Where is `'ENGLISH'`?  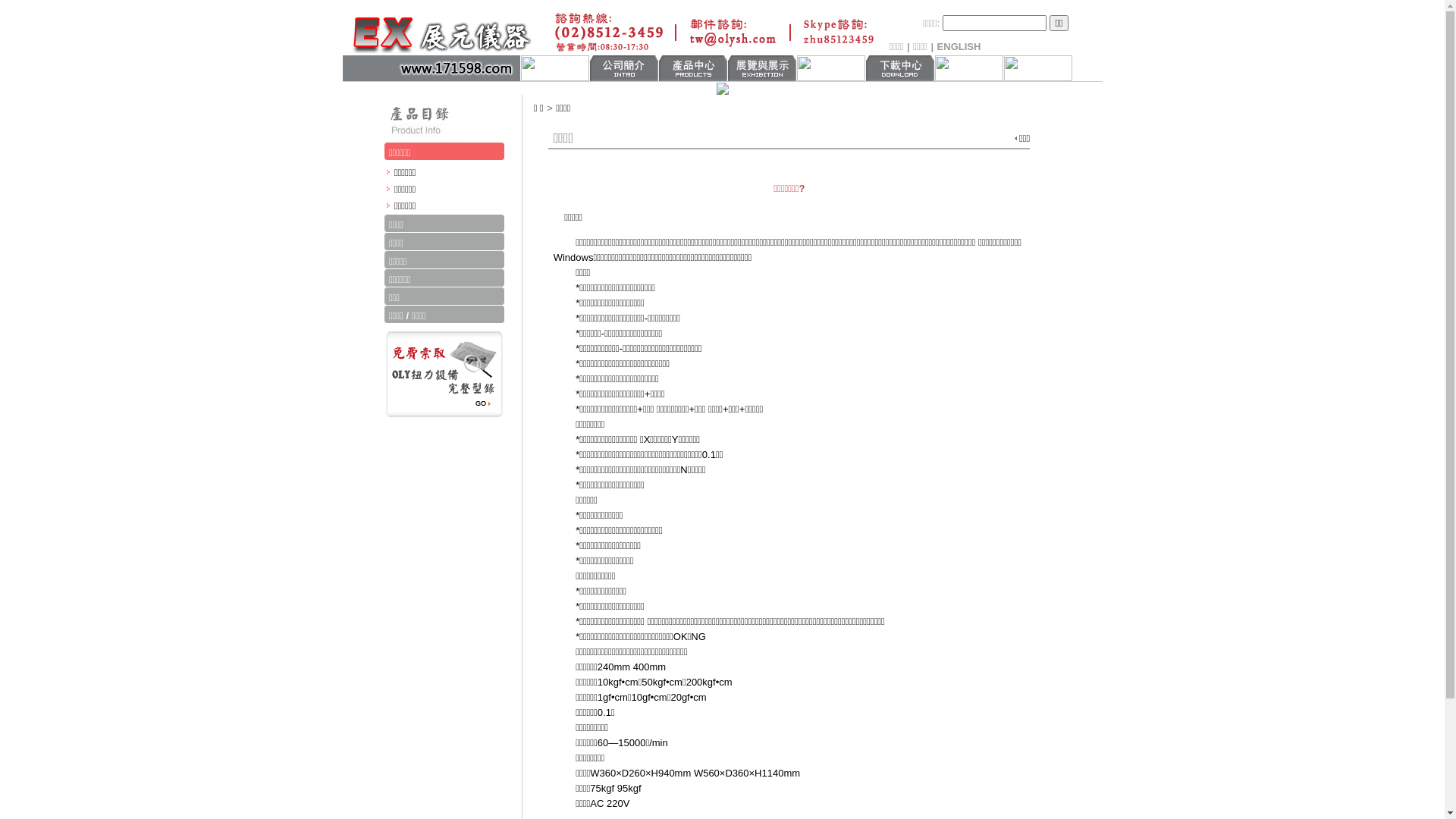
'ENGLISH' is located at coordinates (959, 45).